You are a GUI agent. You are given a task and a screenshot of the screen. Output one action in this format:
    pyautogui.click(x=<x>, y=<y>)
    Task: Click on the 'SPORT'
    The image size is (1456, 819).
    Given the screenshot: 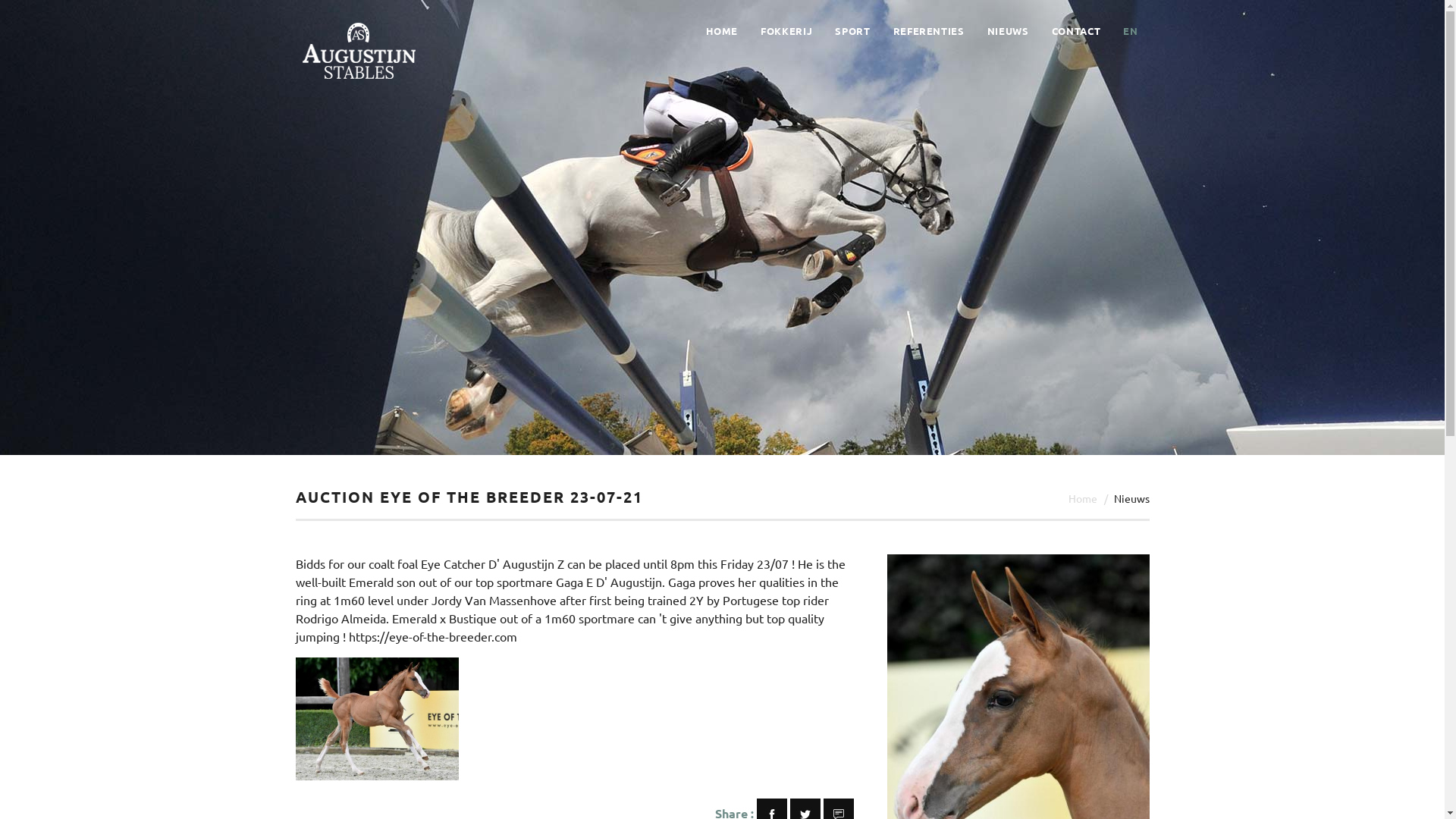 What is the action you would take?
    pyautogui.click(x=852, y=31)
    